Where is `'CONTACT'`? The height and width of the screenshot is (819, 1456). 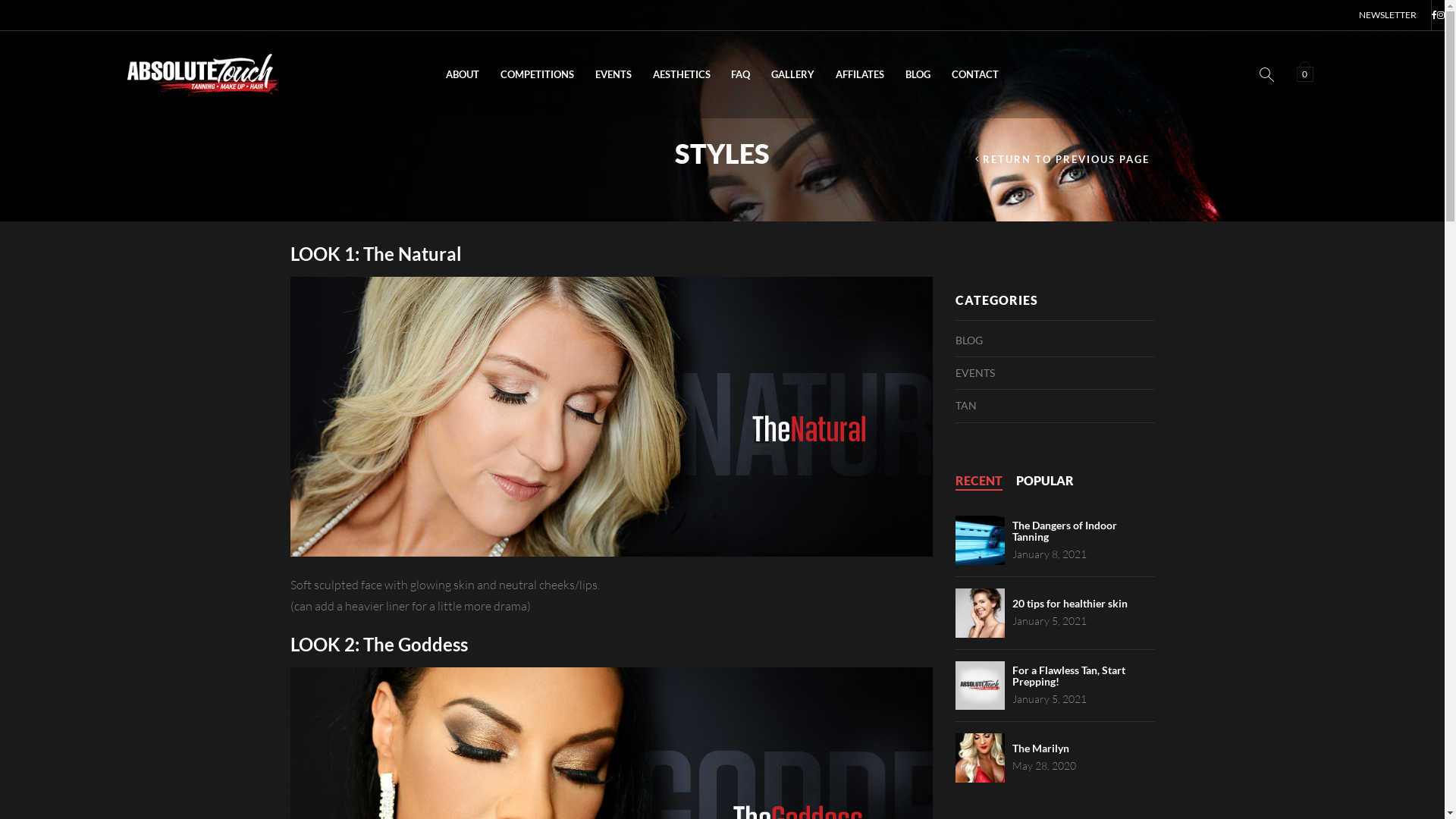 'CONTACT' is located at coordinates (975, 74).